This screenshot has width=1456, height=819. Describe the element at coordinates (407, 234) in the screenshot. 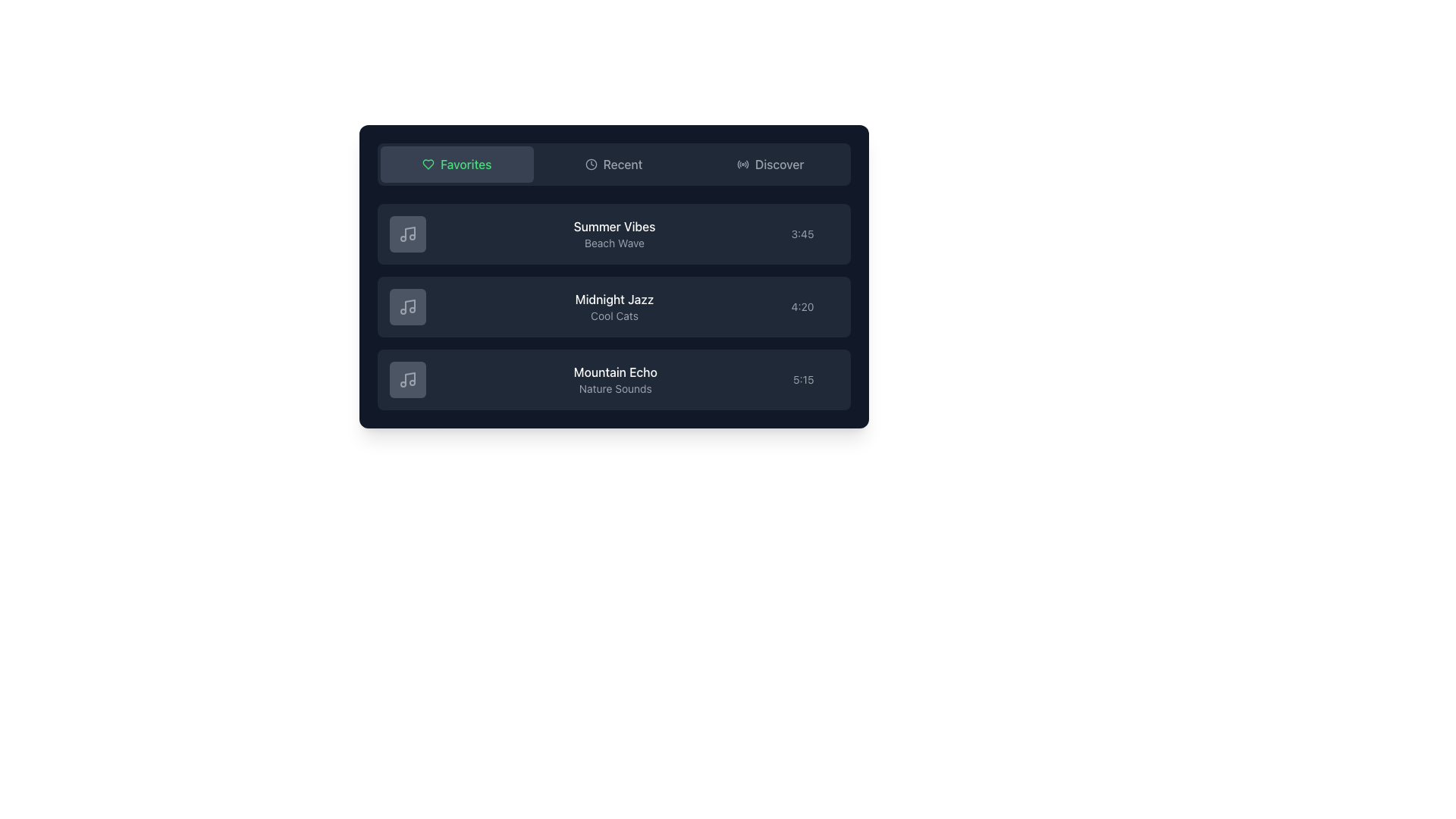

I see `the gray square icon with a rounded corner and a centered music note symbol, which is the first icon on the left of the entry containing 'Summer Vibes', 'Beach Wave', and '3:45'` at that location.